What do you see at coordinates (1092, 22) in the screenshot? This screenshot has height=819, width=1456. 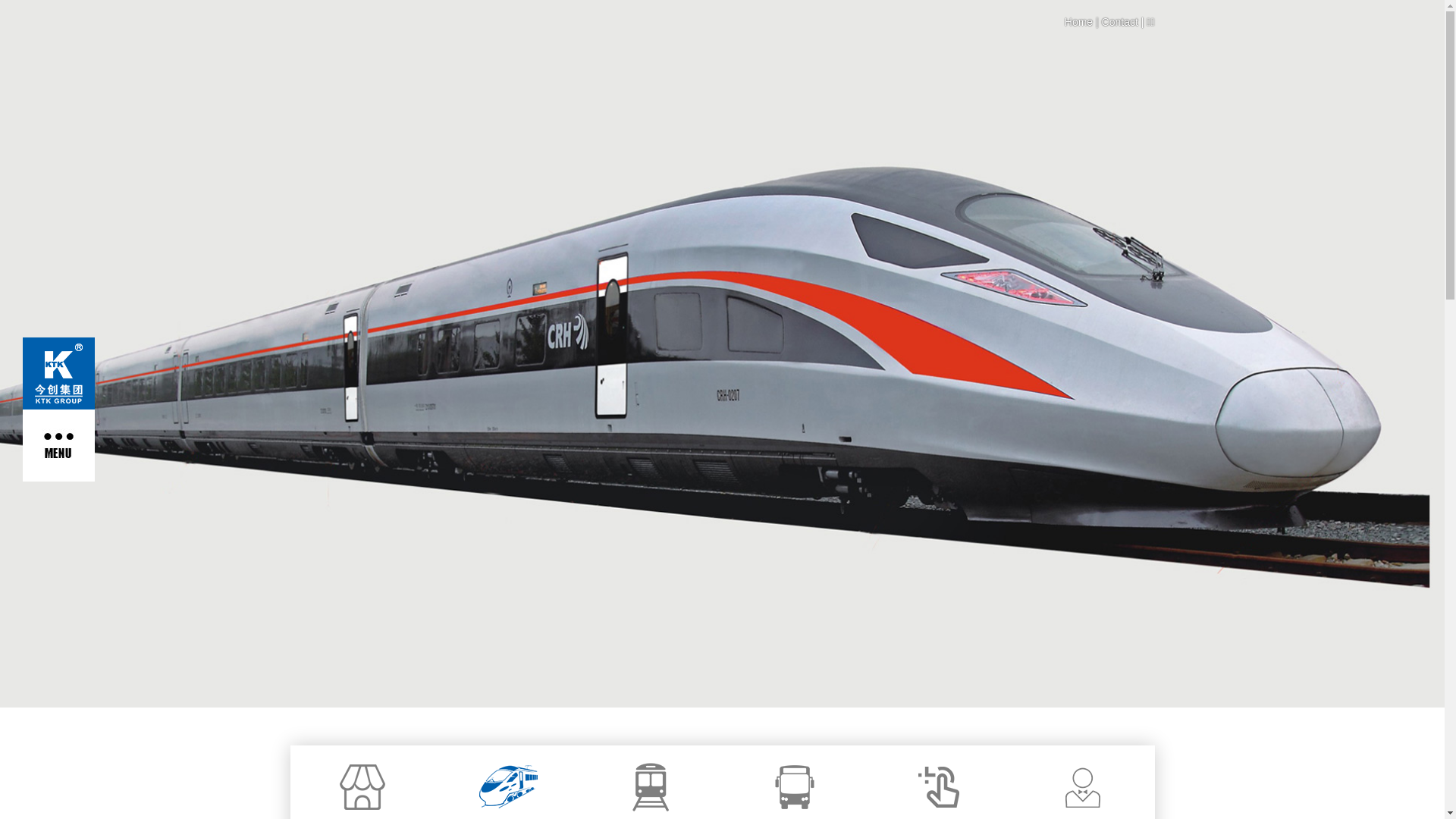 I see `'|'` at bounding box center [1092, 22].